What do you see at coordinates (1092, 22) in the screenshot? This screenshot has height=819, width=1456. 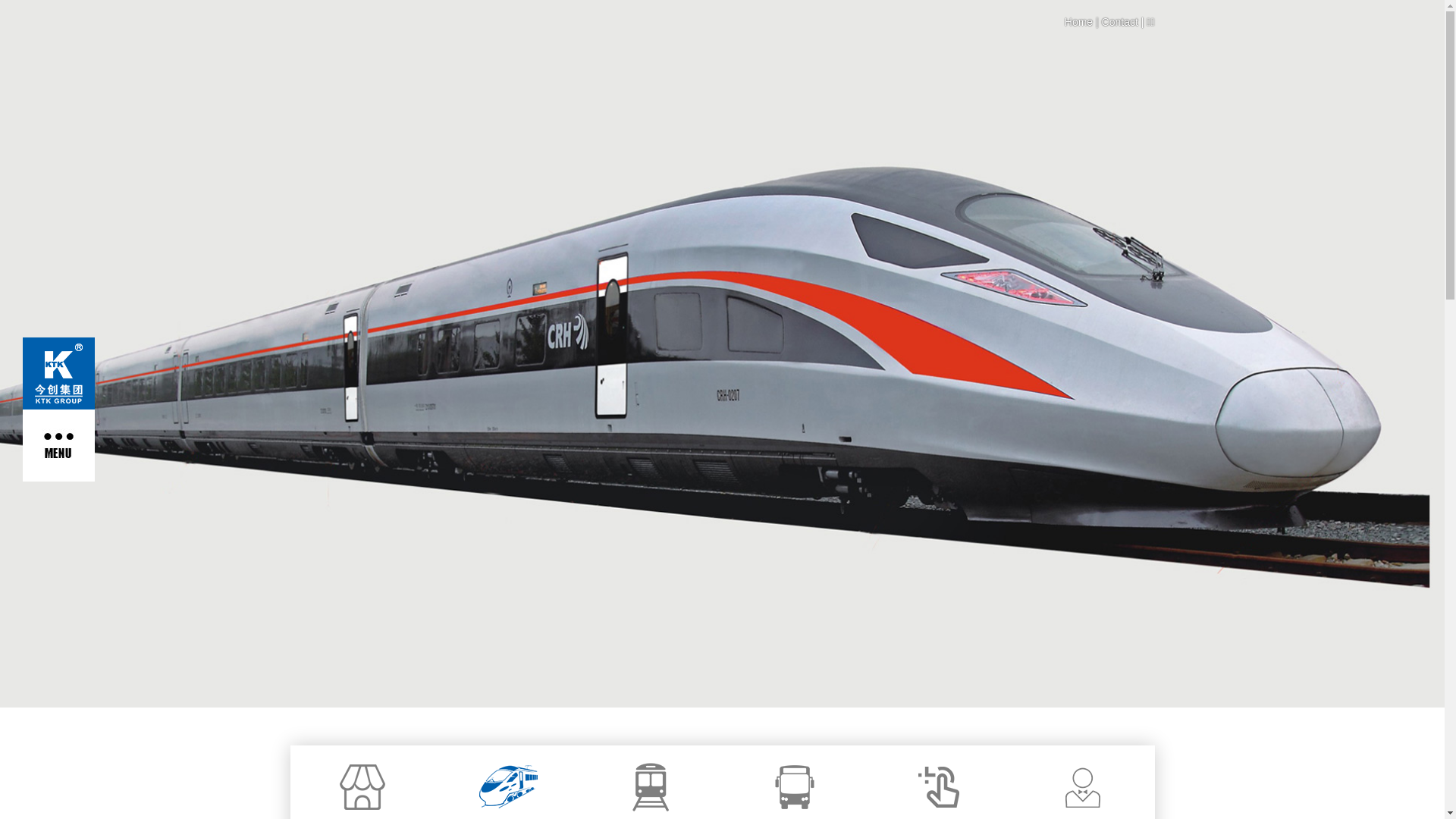 I see `'|'` at bounding box center [1092, 22].